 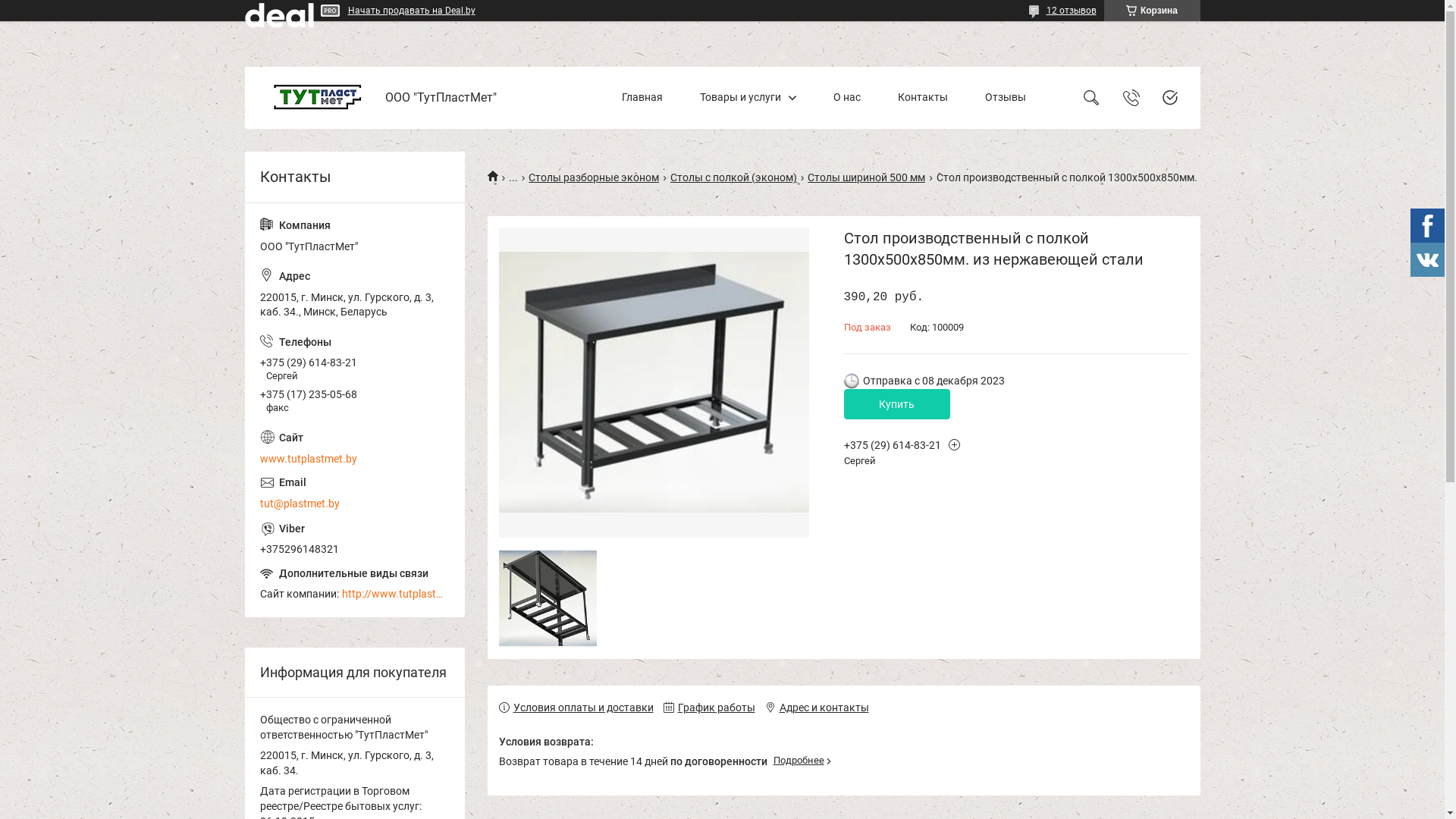 I want to click on 'tut@plastmet.by', so click(x=353, y=493).